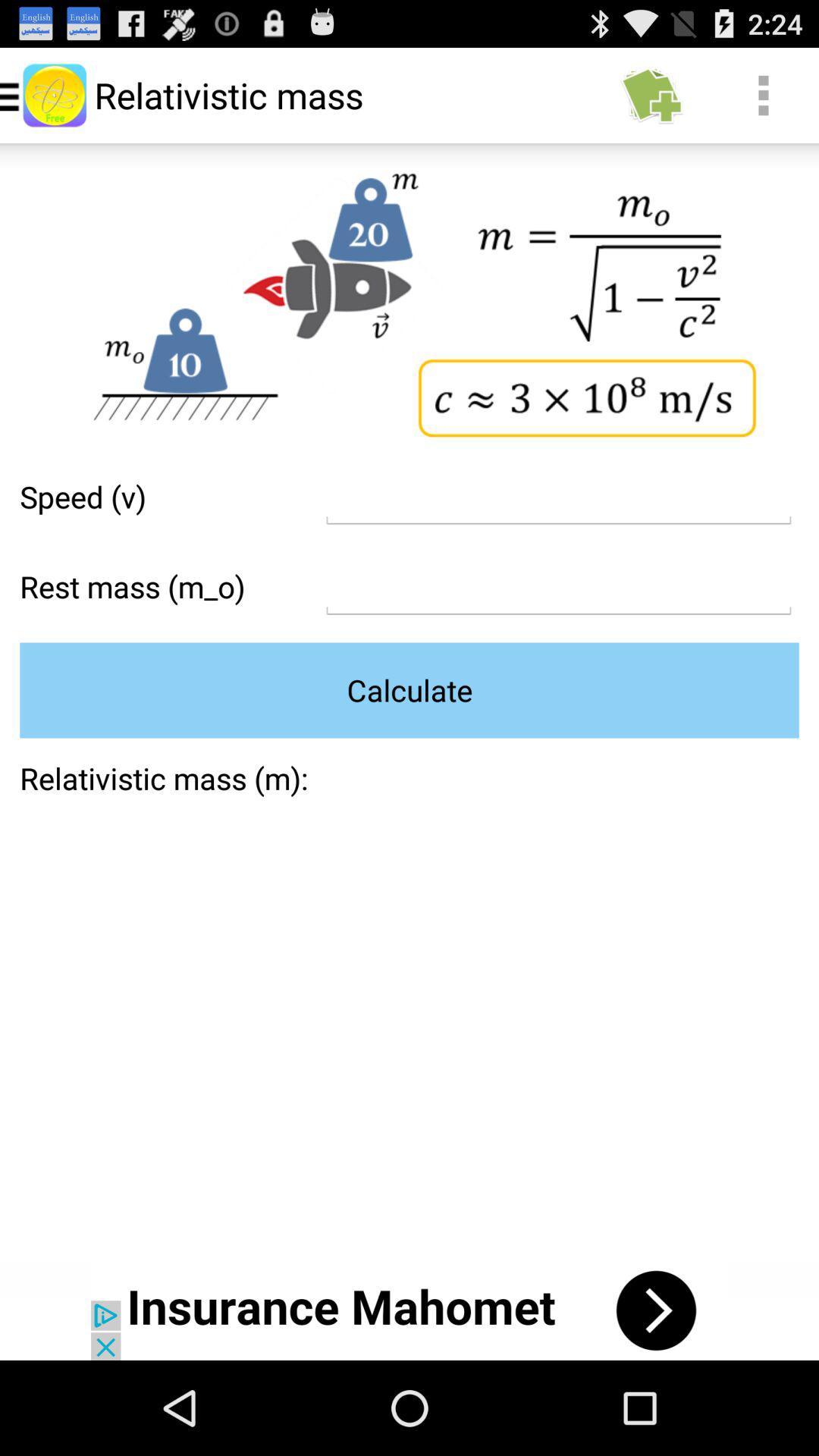 The width and height of the screenshot is (819, 1456). Describe the element at coordinates (409, 1310) in the screenshot. I see `advertisement portion` at that location.